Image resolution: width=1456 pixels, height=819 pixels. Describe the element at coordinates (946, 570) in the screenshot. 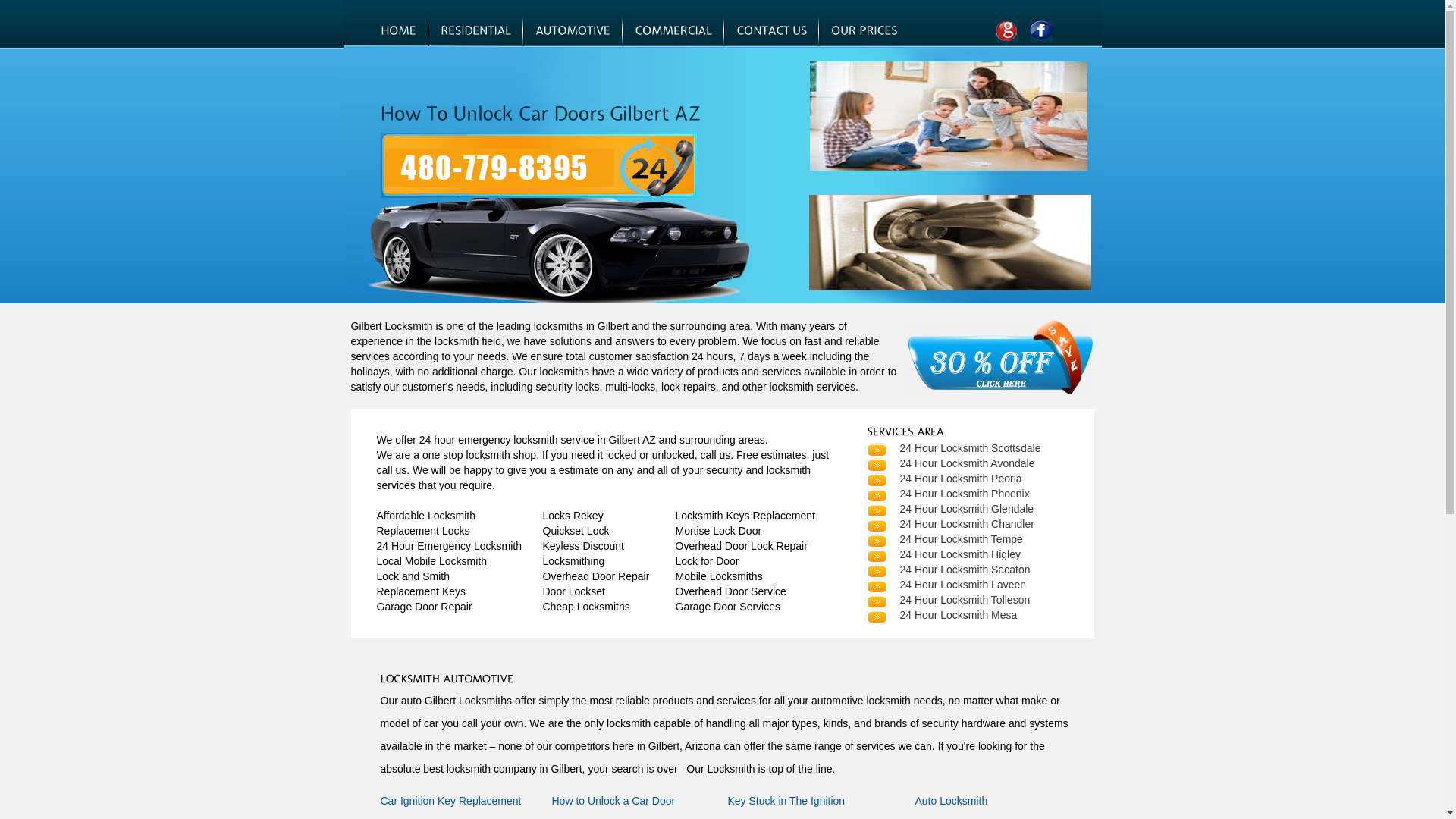

I see `'24 Hour Locksmith Sacaton'` at that location.